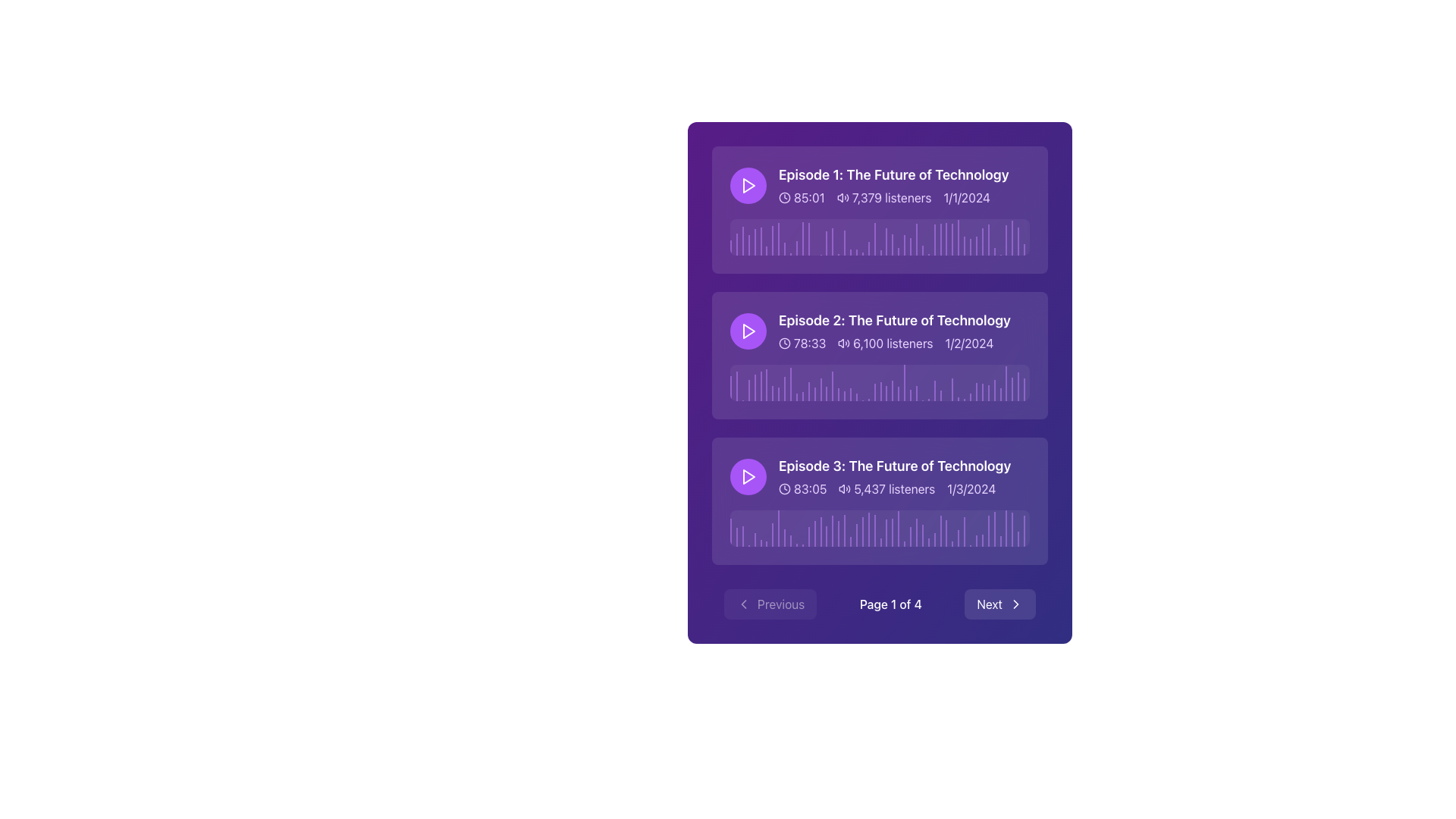 The width and height of the screenshot is (1456, 819). Describe the element at coordinates (927, 541) in the screenshot. I see `the graphical marker that indicates the specific position in the waveform chart of the third audio track, centered horizontally at 66% and being the 34th vertical line` at that location.